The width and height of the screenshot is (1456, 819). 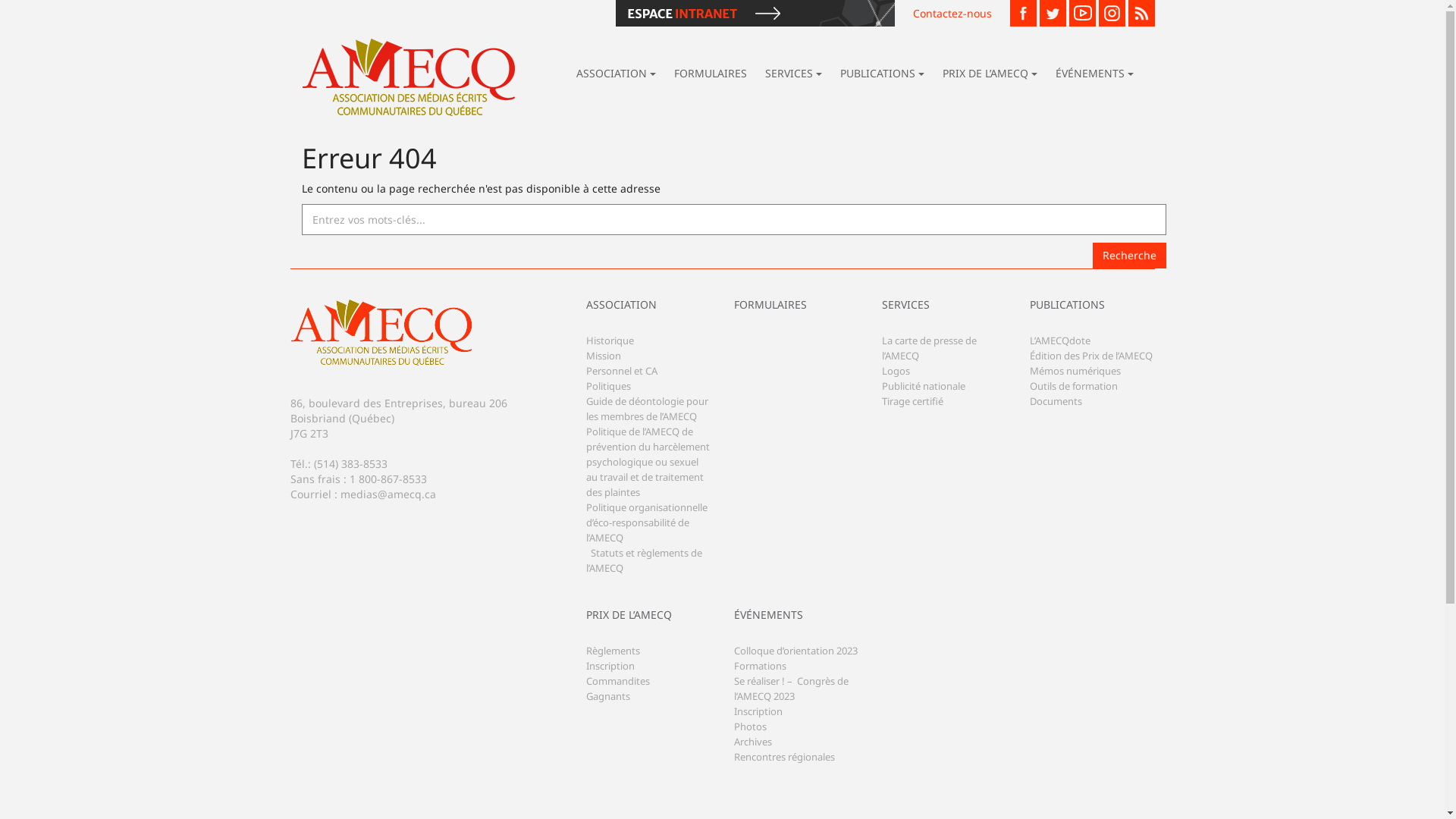 I want to click on 'Logos', so click(x=895, y=381).